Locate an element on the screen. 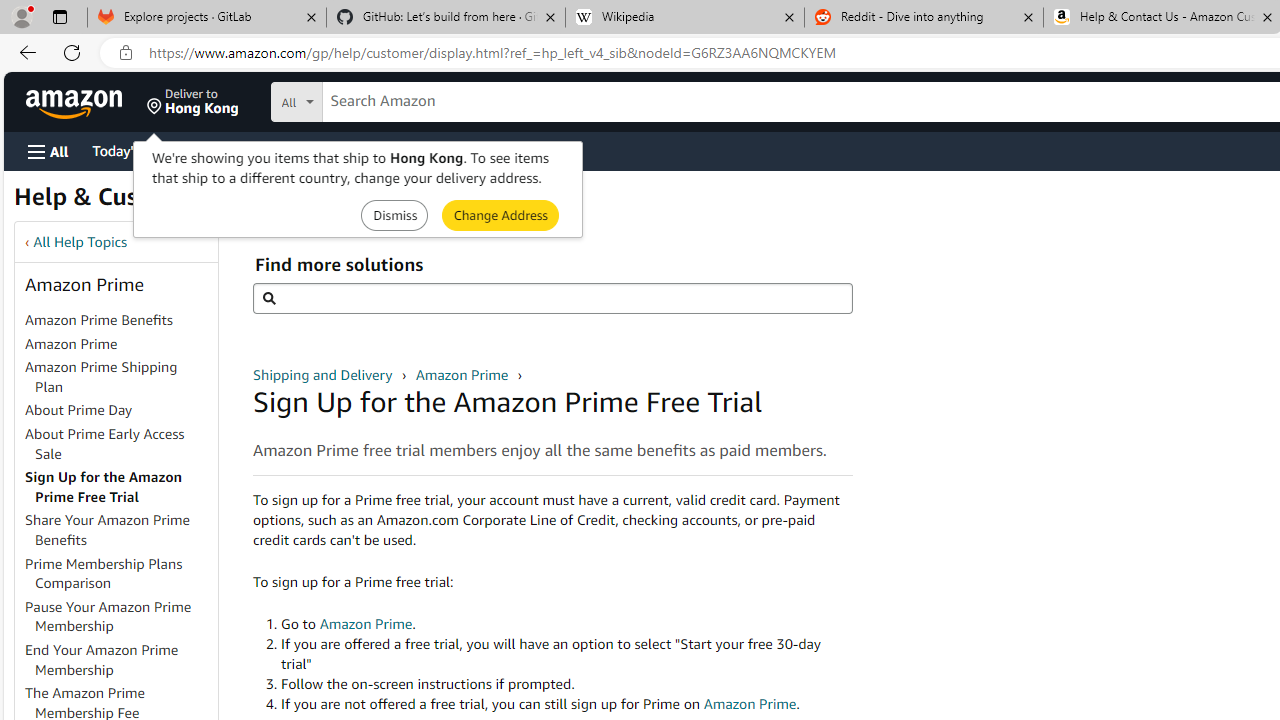 Image resolution: width=1280 pixels, height=720 pixels. 'About Prime Day' is located at coordinates (79, 409).